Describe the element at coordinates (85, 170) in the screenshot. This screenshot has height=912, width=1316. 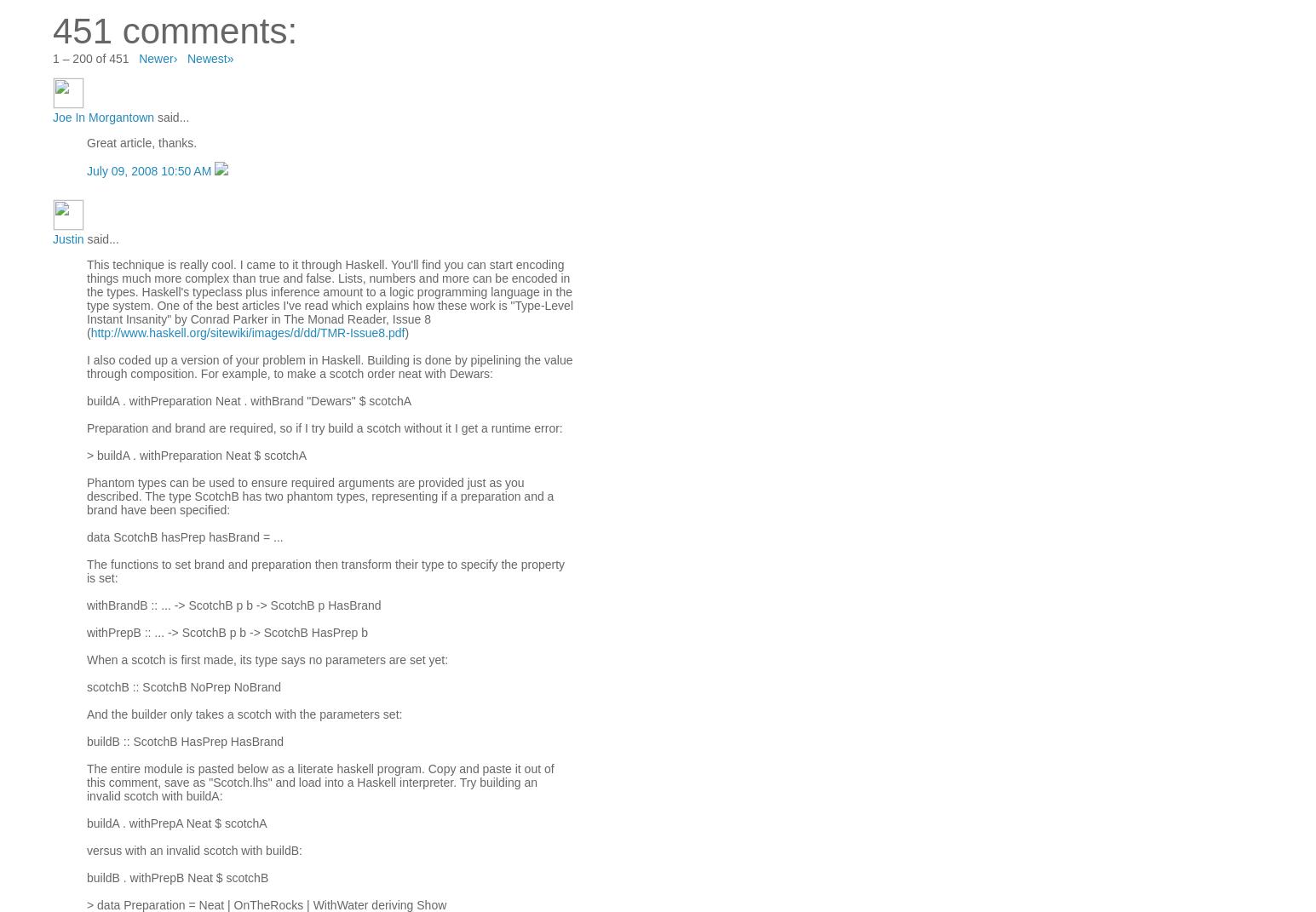
I see `'July 09, 2008 10:50 AM'` at that location.